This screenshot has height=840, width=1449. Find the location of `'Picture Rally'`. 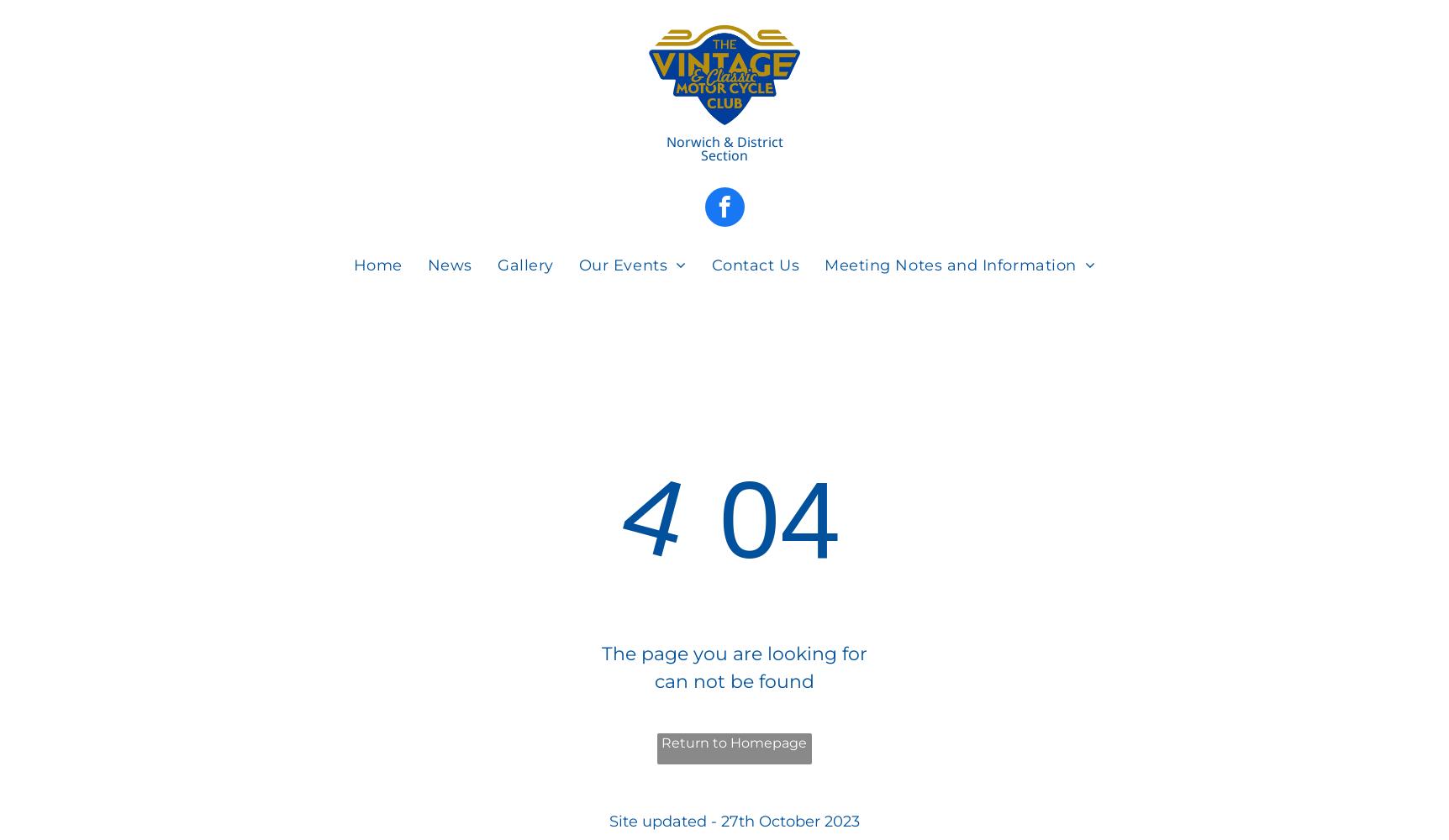

'Picture Rally' is located at coordinates (642, 367).